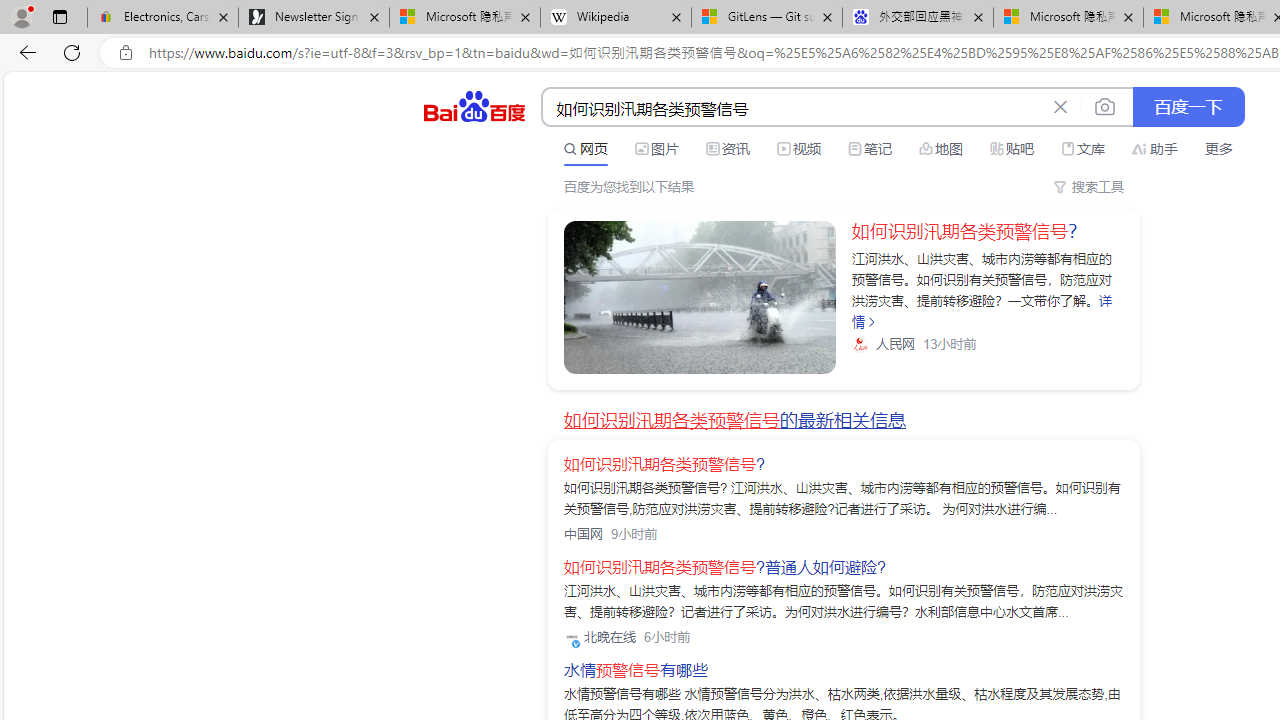 Image resolution: width=1280 pixels, height=720 pixels. I want to click on 'Class: sc-link _link_kwqvb_2 -v-color-primary block', so click(700, 297).